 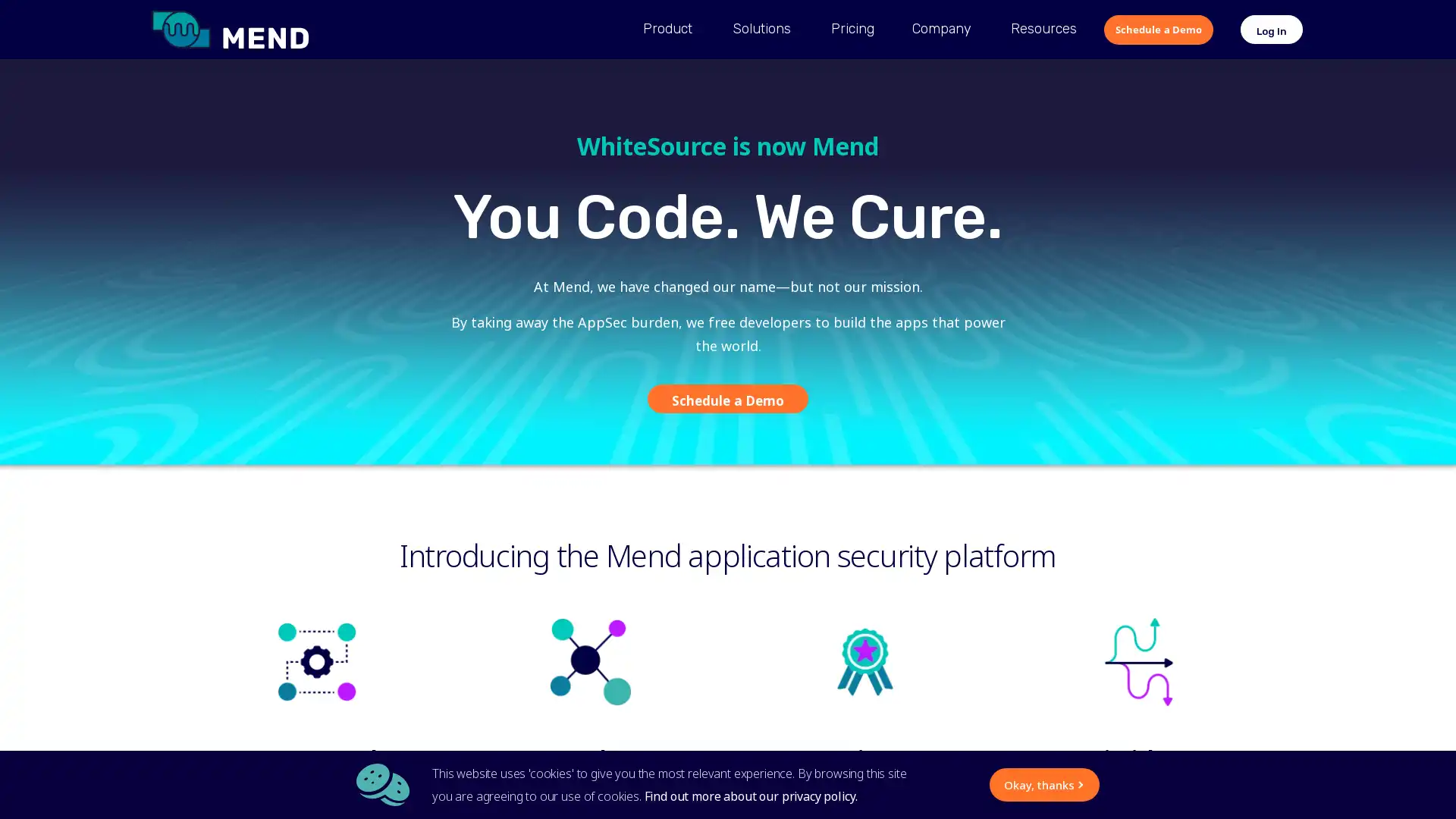 I want to click on Okay, thanks, so click(x=900, y=784).